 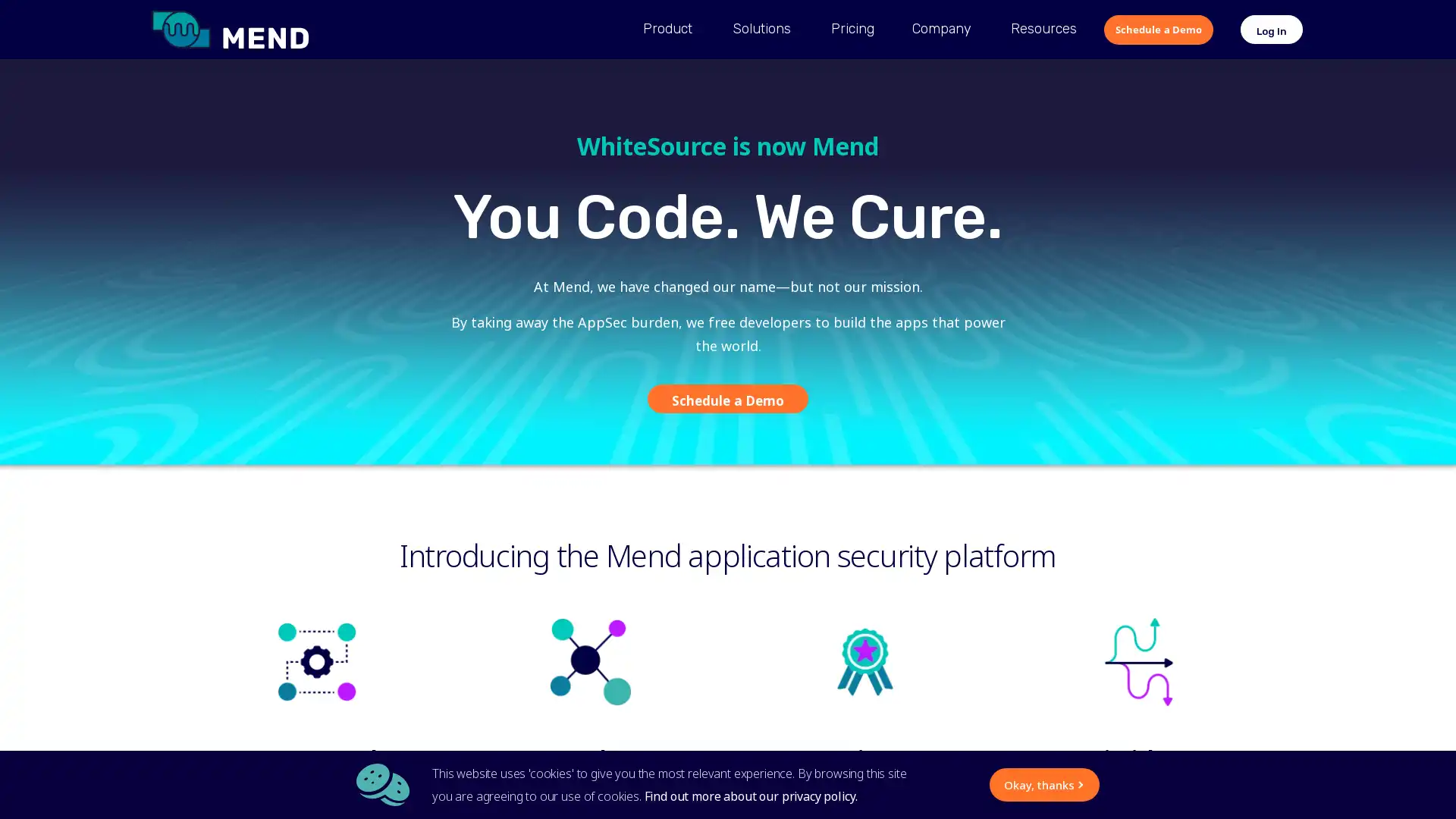 I want to click on Okay, thanks, so click(x=900, y=784).